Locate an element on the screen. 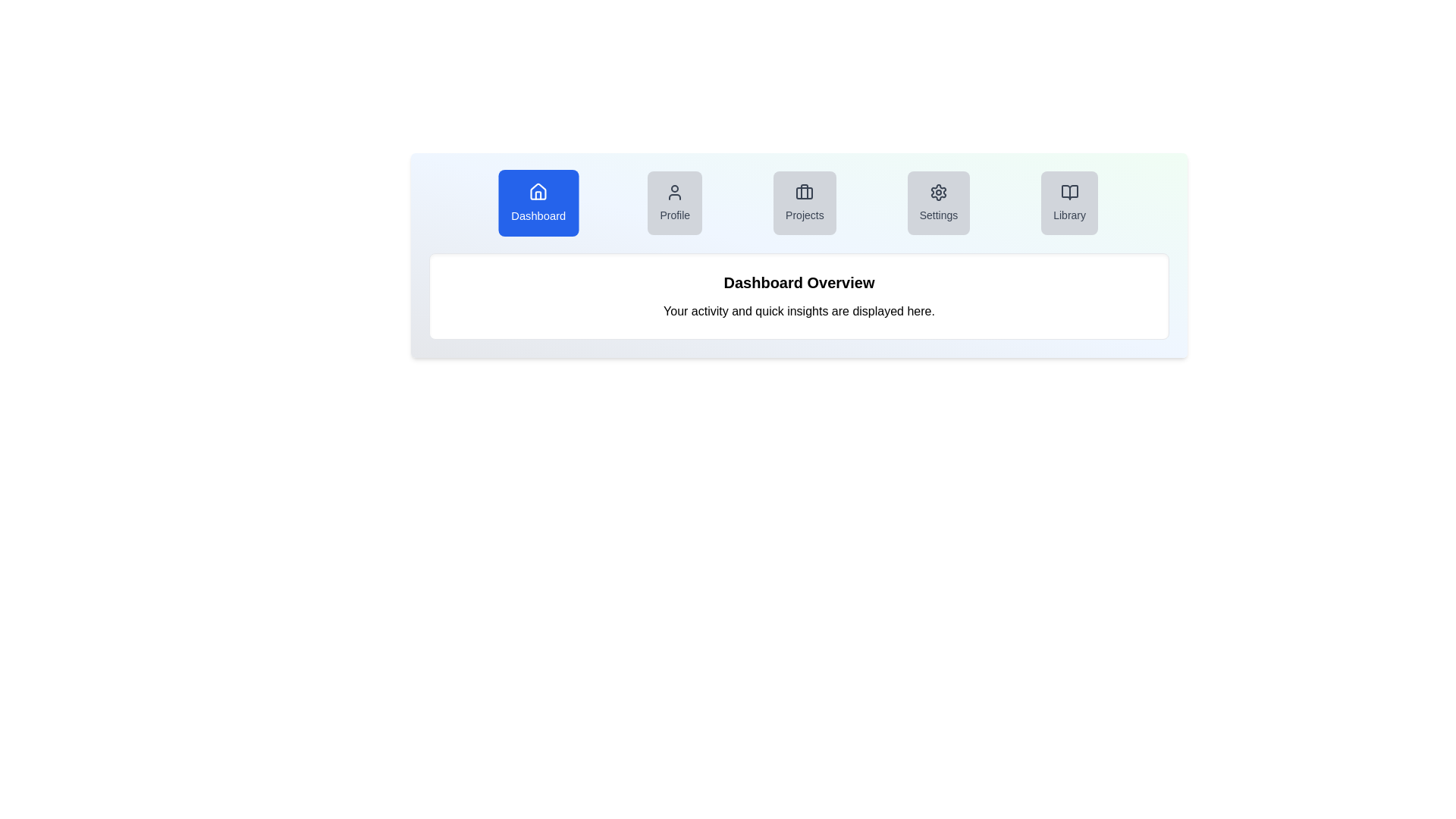 This screenshot has height=819, width=1456. the 'Projects' navigation button located in the horizontal menu is located at coordinates (804, 202).